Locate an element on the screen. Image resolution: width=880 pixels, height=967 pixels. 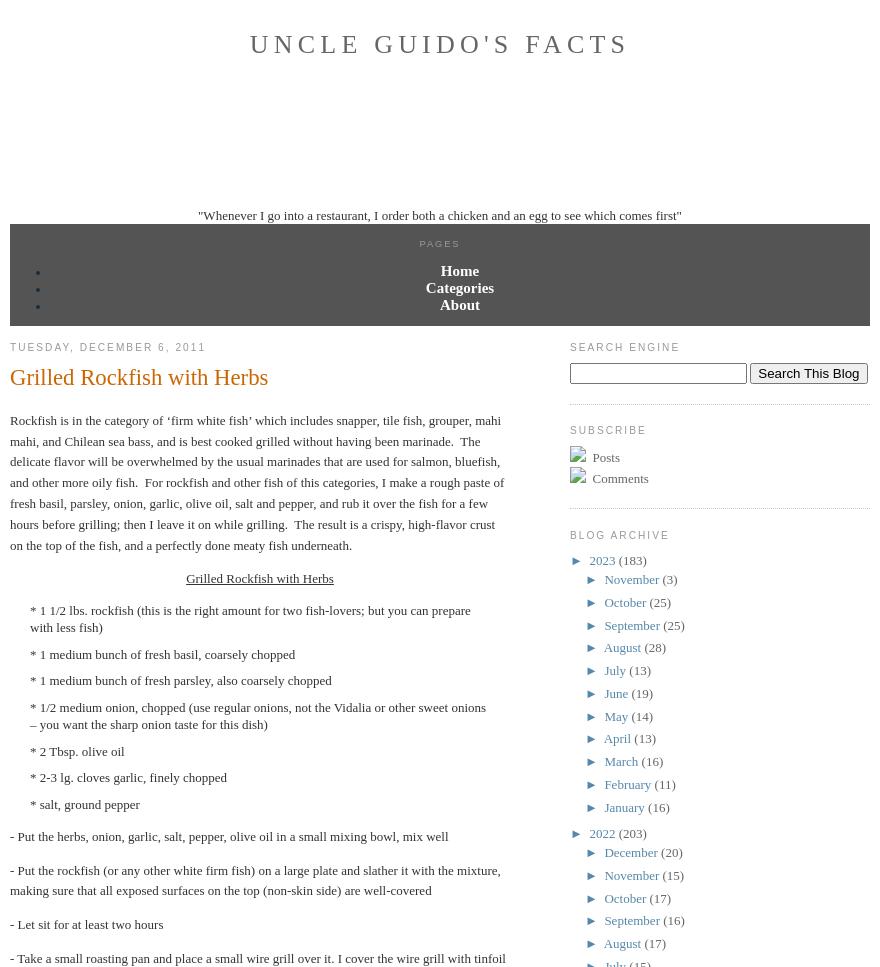
'(11)' is located at coordinates (663, 782).